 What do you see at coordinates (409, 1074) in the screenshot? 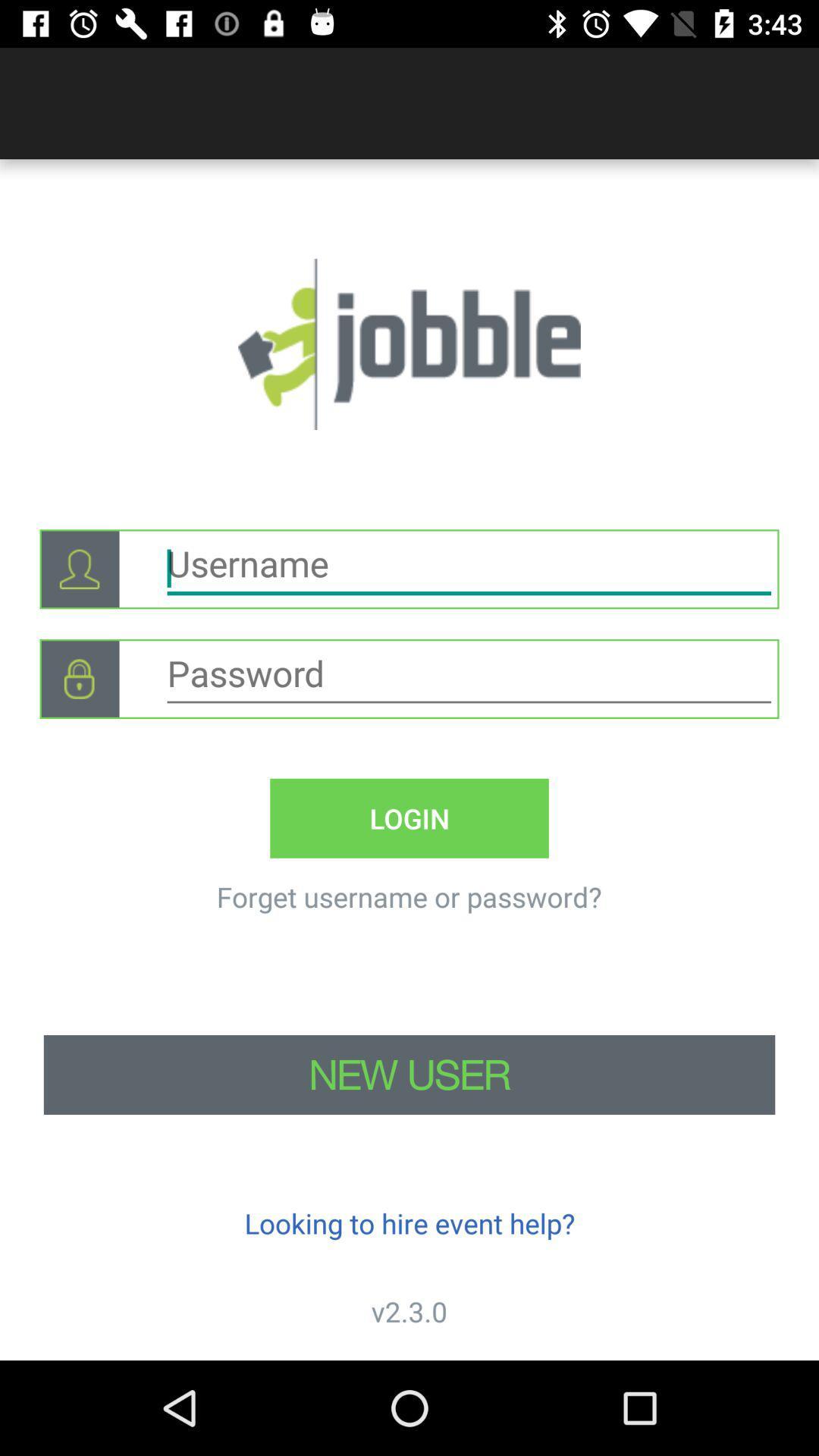
I see `new user item` at bounding box center [409, 1074].